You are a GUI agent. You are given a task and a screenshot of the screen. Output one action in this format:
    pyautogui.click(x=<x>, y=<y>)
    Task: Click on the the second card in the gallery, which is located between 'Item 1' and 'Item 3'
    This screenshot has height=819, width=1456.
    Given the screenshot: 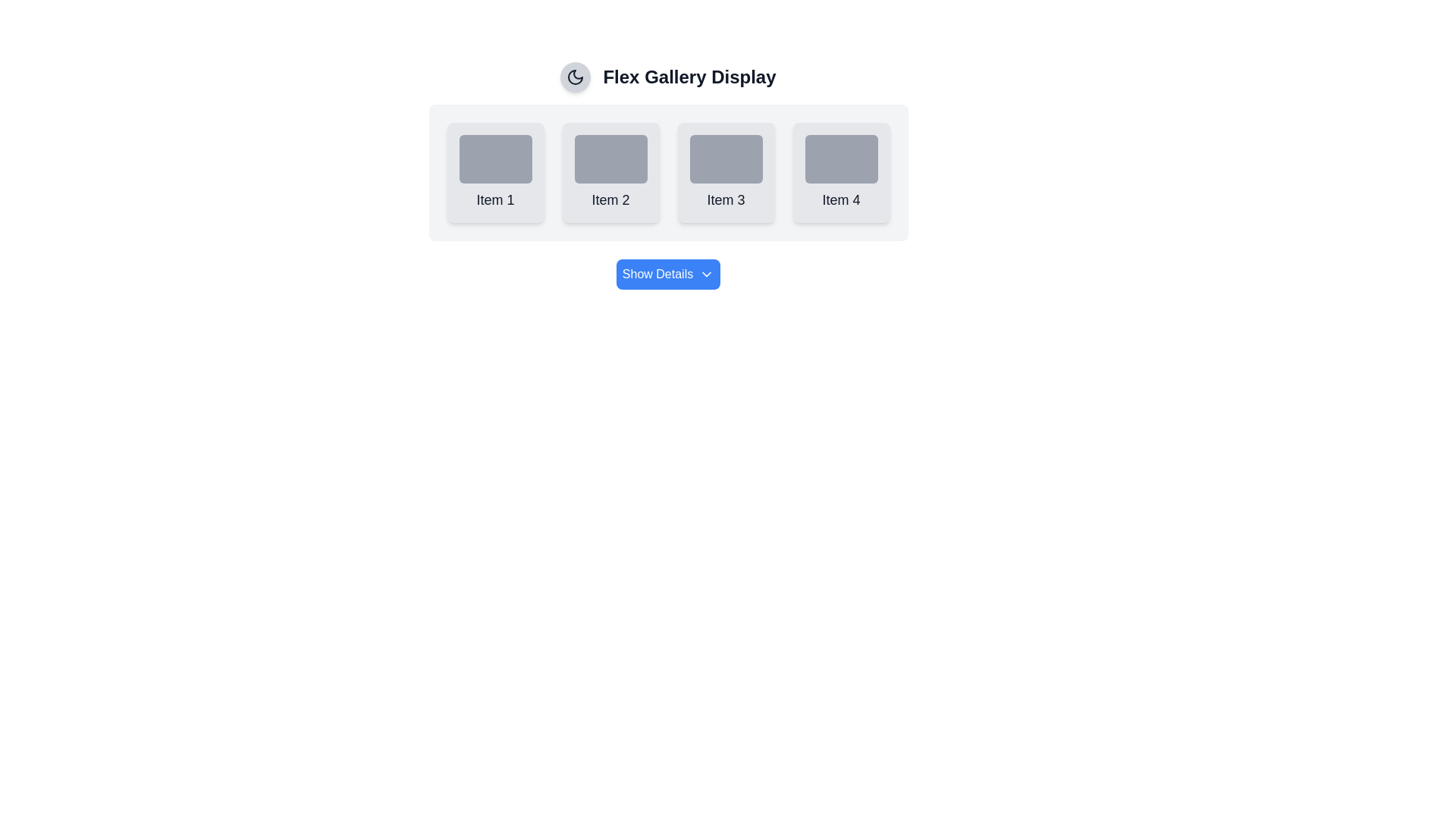 What is the action you would take?
    pyautogui.click(x=610, y=171)
    